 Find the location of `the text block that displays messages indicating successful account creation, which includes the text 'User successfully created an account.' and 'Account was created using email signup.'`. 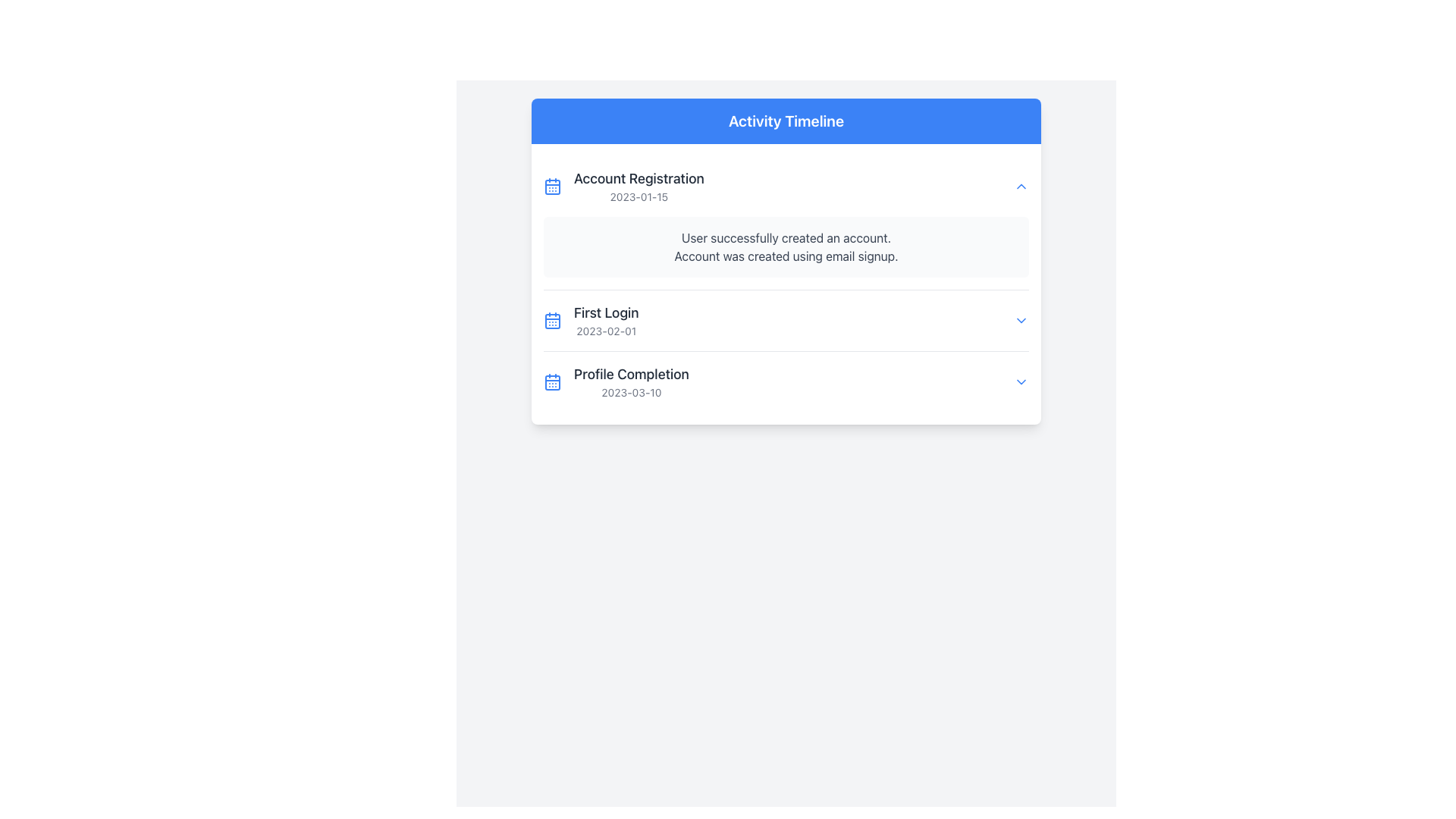

the text block that displays messages indicating successful account creation, which includes the text 'User successfully created an account.' and 'Account was created using email signup.' is located at coordinates (786, 246).